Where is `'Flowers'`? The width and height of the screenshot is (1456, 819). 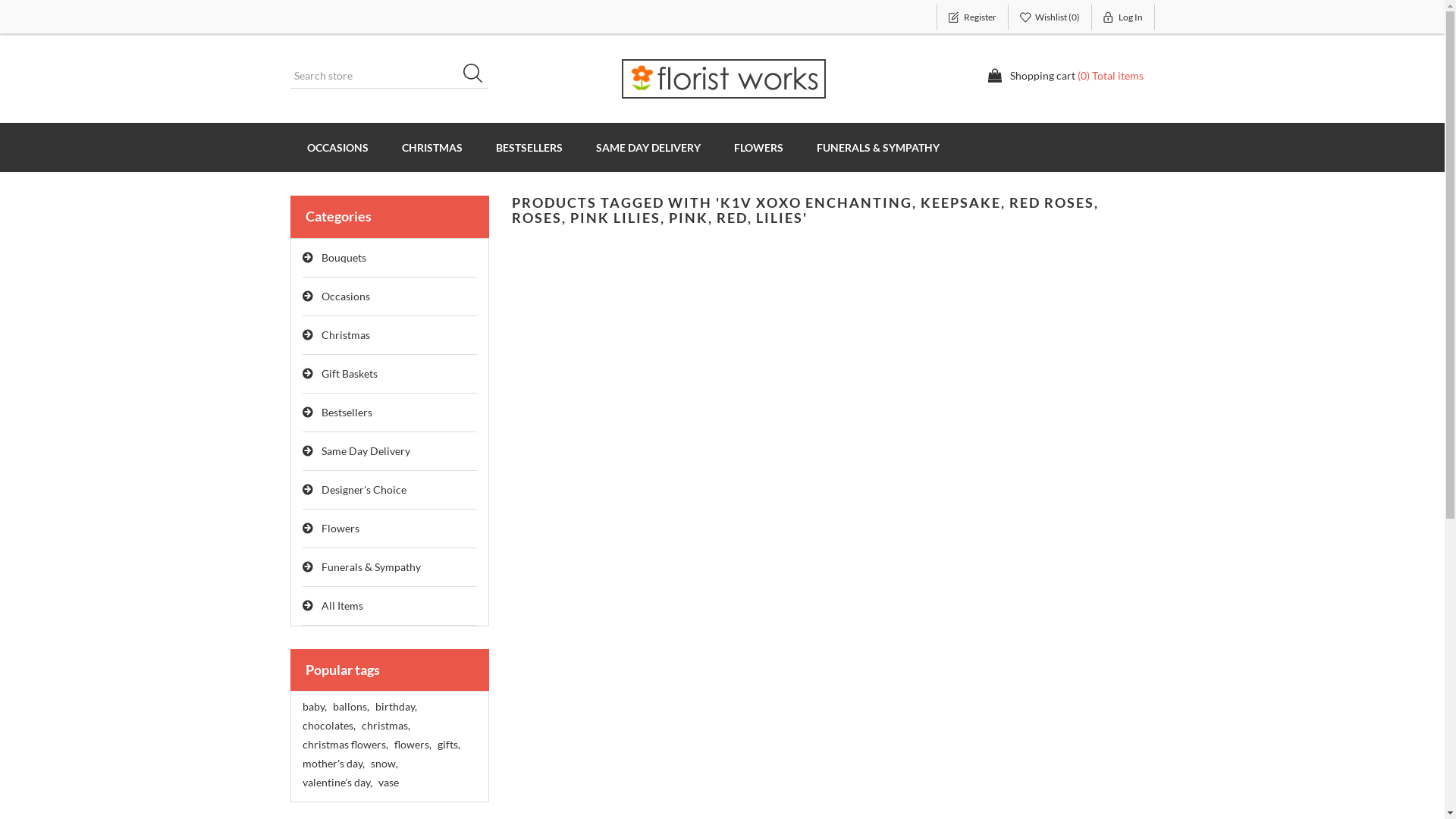 'Flowers' is located at coordinates (389, 528).